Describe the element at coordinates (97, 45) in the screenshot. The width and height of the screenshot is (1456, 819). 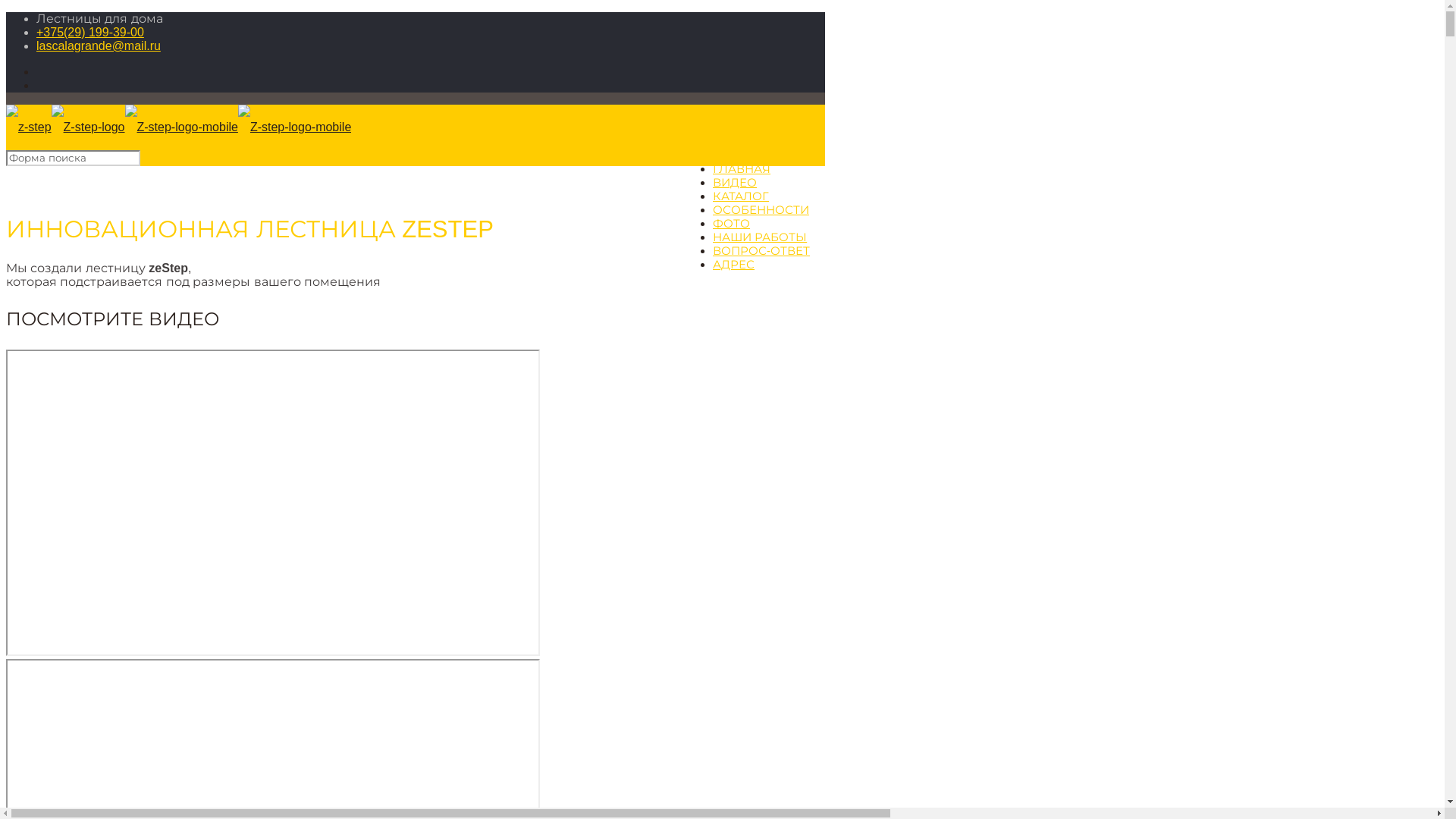
I see `'lascalagrande@mail.ru'` at that location.